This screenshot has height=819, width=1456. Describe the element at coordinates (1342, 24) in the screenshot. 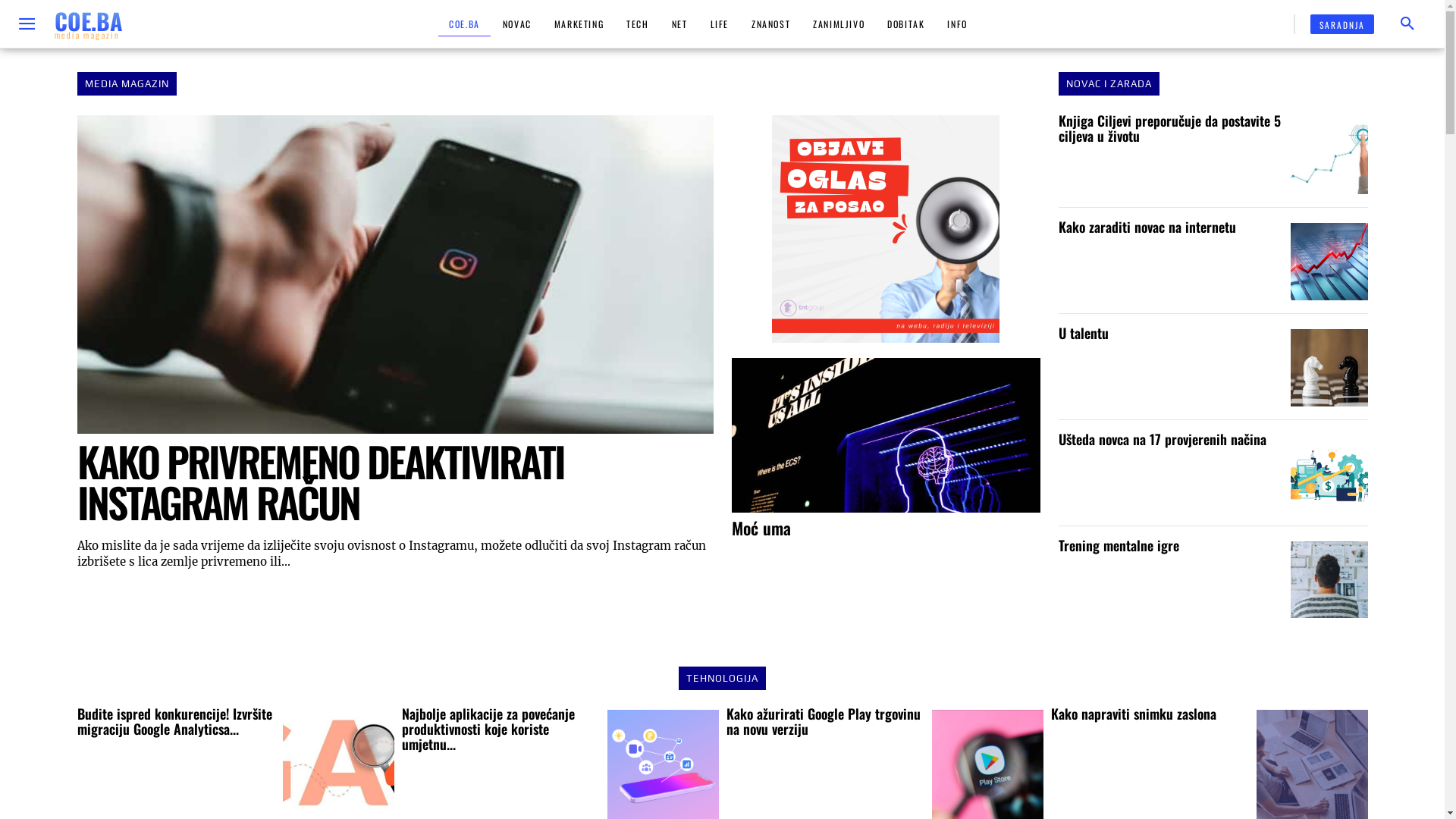

I see `'SARADNJA'` at that location.